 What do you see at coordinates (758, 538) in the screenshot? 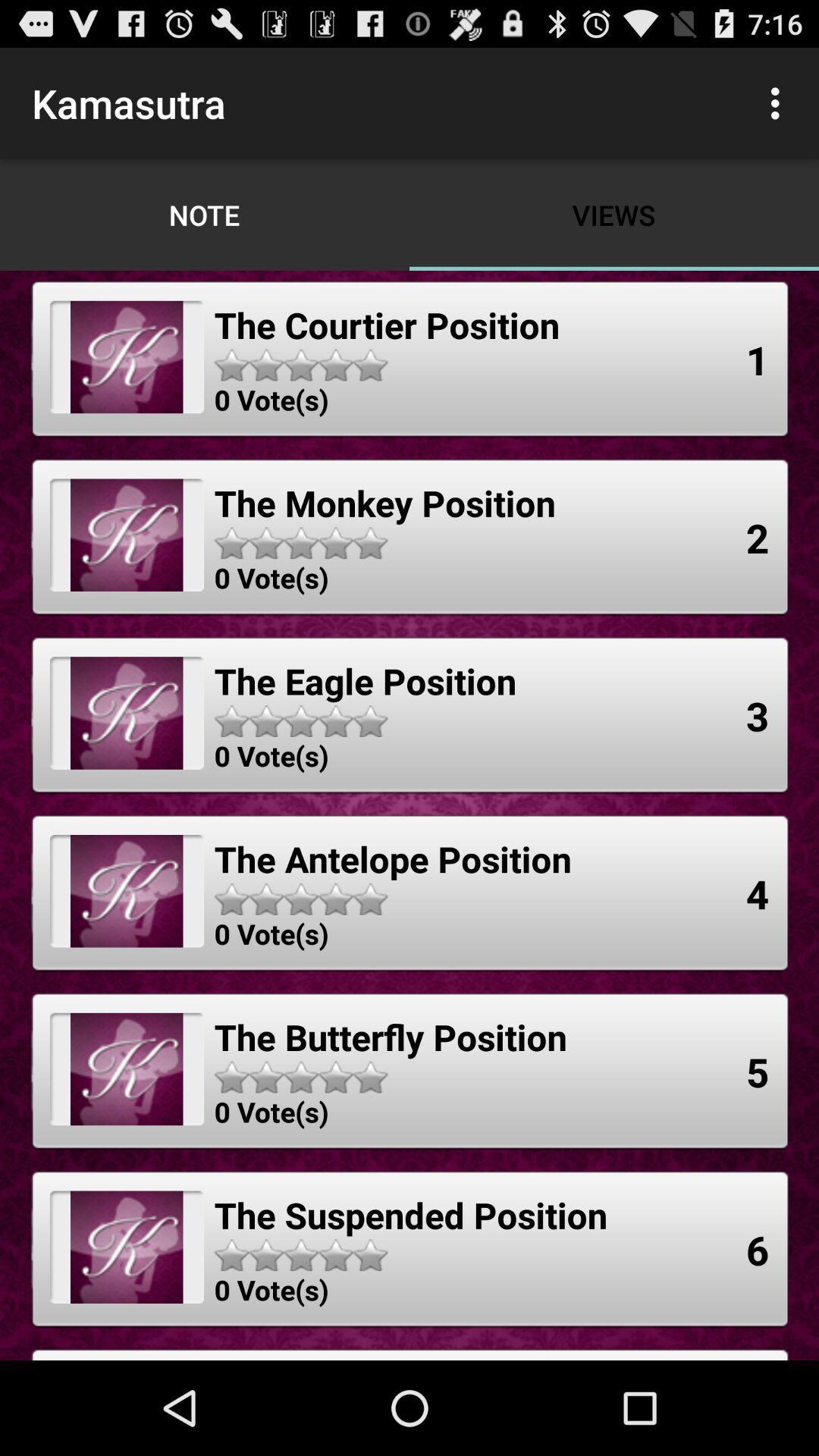
I see `2` at bounding box center [758, 538].